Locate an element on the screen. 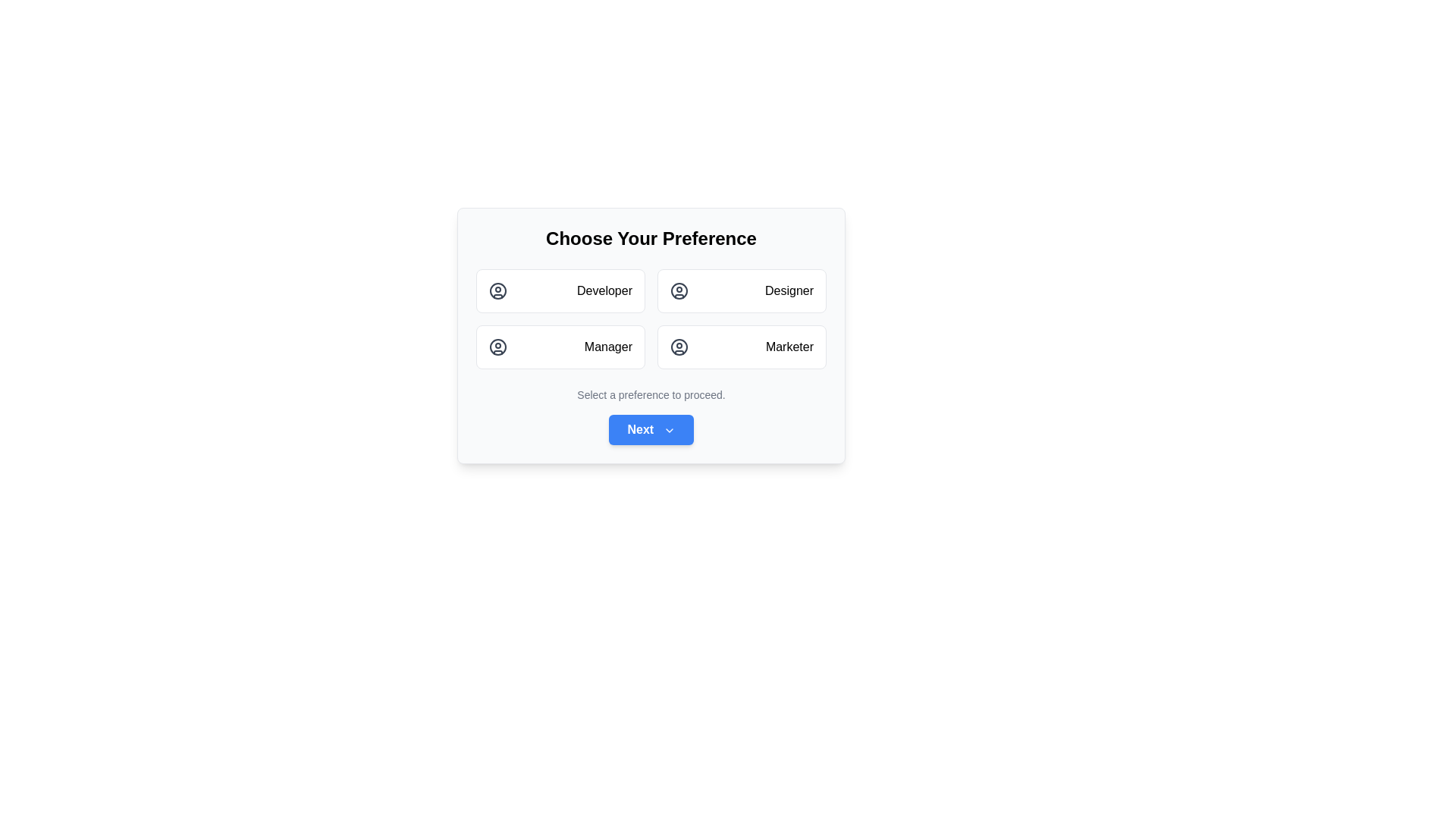  the outer circle of the Manager option icon in the preference selection interface is located at coordinates (498, 347).